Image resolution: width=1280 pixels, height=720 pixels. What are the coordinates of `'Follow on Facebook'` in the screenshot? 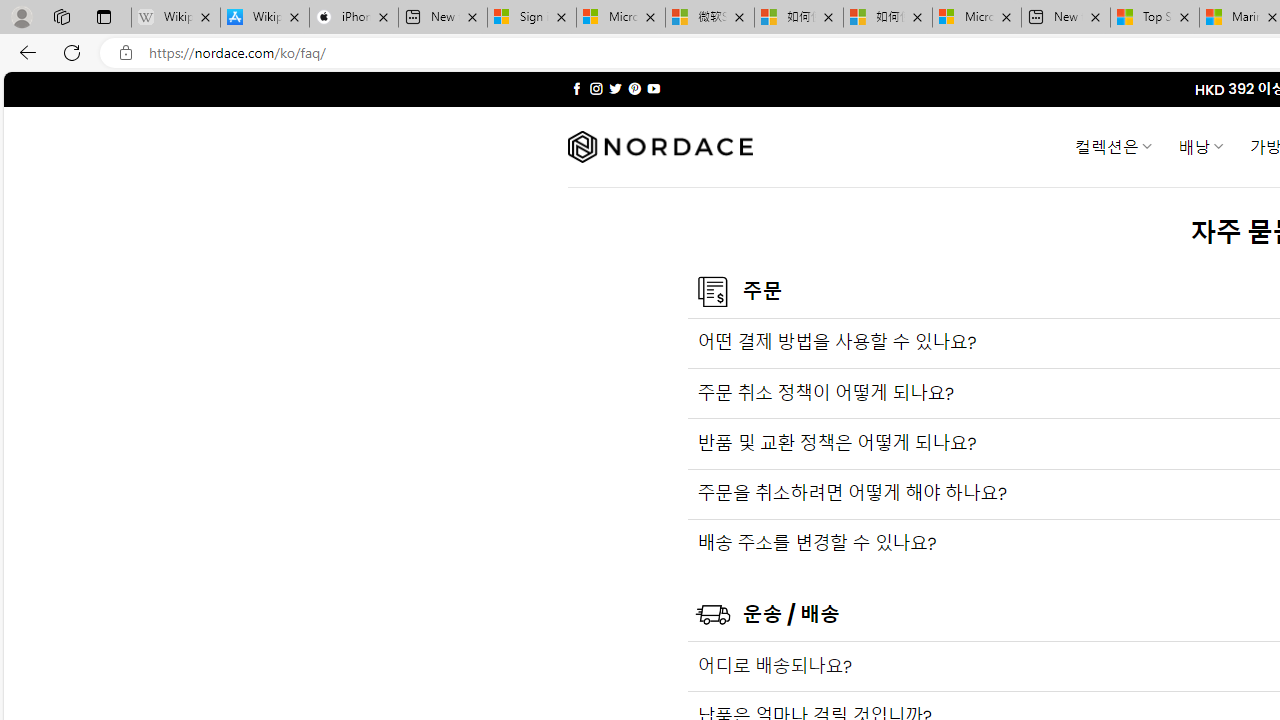 It's located at (576, 88).